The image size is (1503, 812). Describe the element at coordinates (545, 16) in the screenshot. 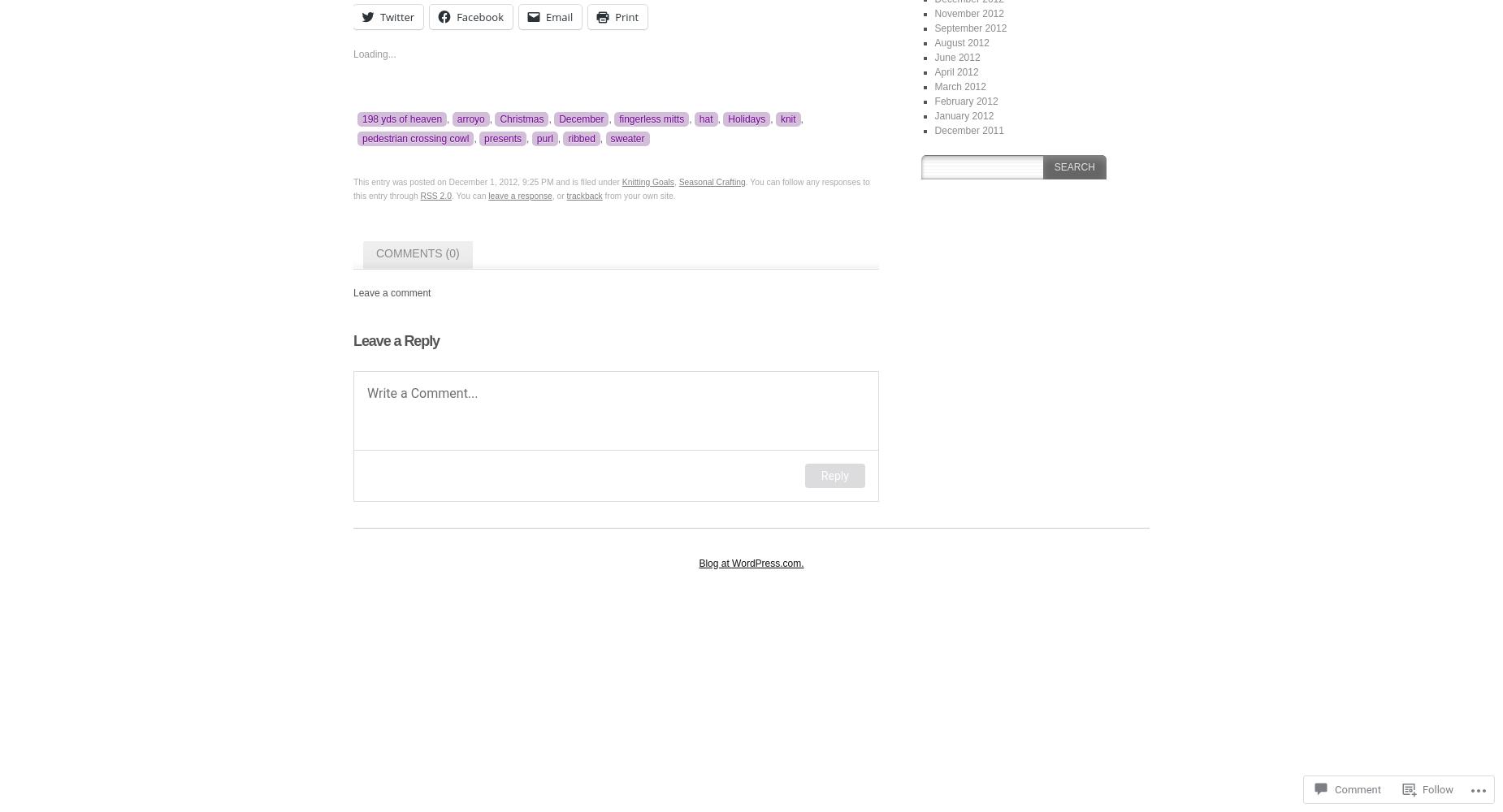

I see `'Email'` at that location.